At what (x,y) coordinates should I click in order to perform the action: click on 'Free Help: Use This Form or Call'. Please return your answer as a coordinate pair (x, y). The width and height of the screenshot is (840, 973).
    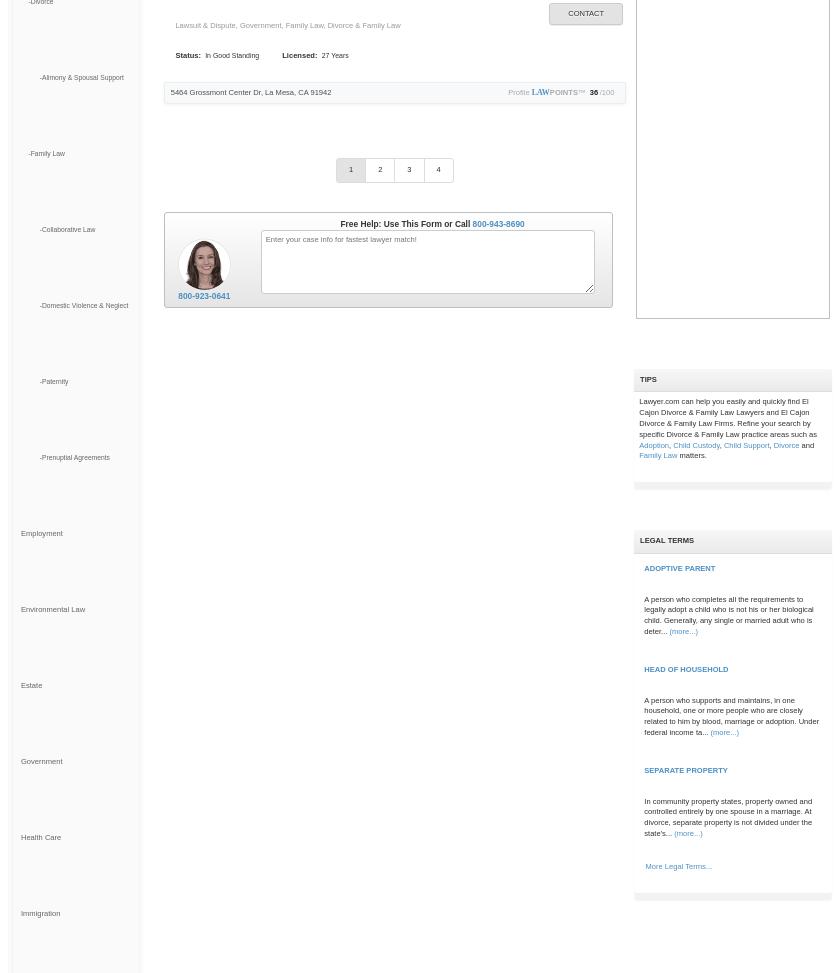
    Looking at the image, I should click on (405, 222).